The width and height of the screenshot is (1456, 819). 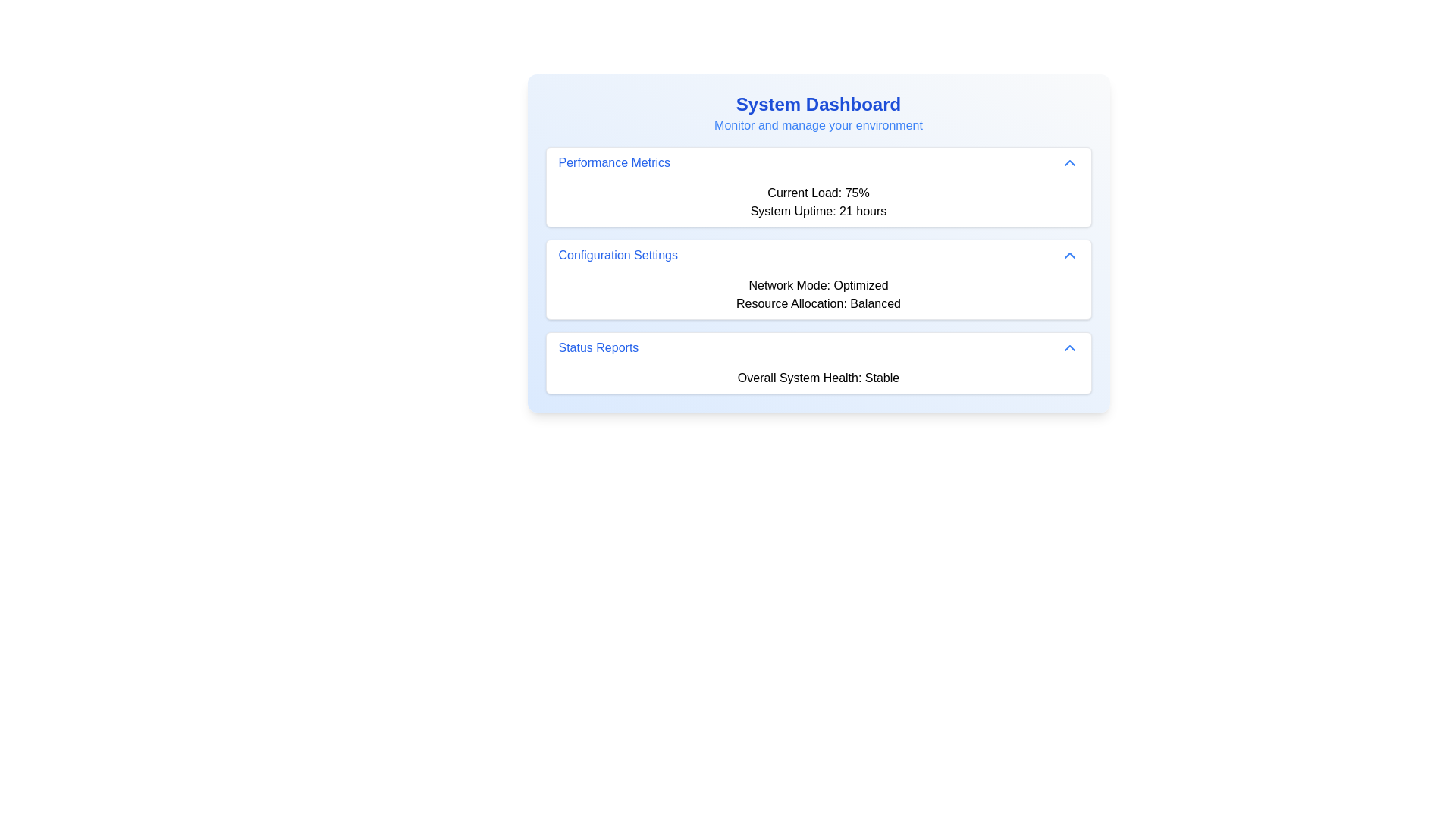 What do you see at coordinates (817, 201) in the screenshot?
I see `the Informational text block located in the 'Performance Metrics' section of the dashboard interface, which provides status information about the system load and uptime` at bounding box center [817, 201].